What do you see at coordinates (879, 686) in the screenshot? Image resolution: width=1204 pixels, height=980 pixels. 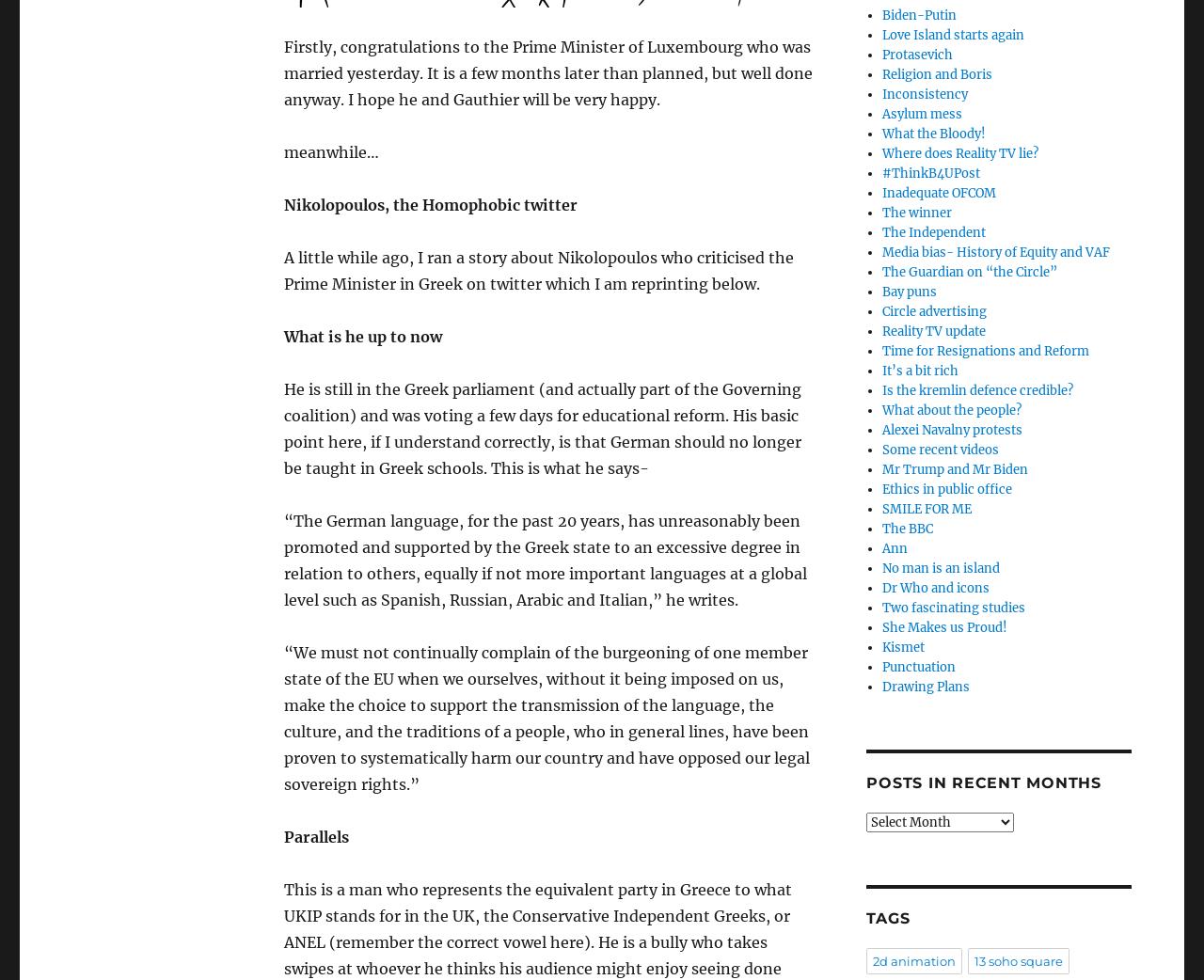 I see `'Drawing Plans'` at bounding box center [879, 686].